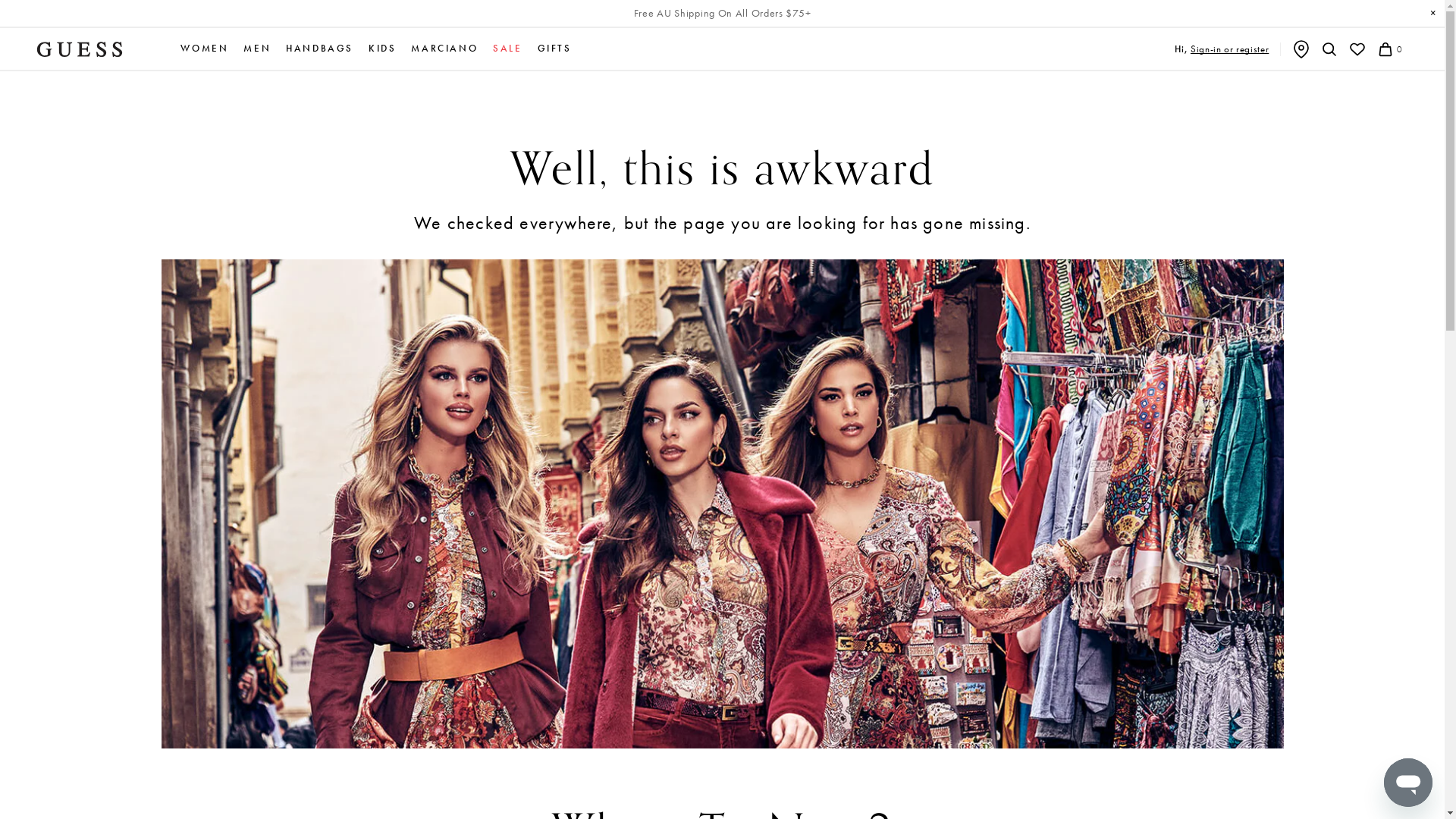 The height and width of the screenshot is (819, 1456). Describe the element at coordinates (538, 48) in the screenshot. I see `'GIFTS'` at that location.